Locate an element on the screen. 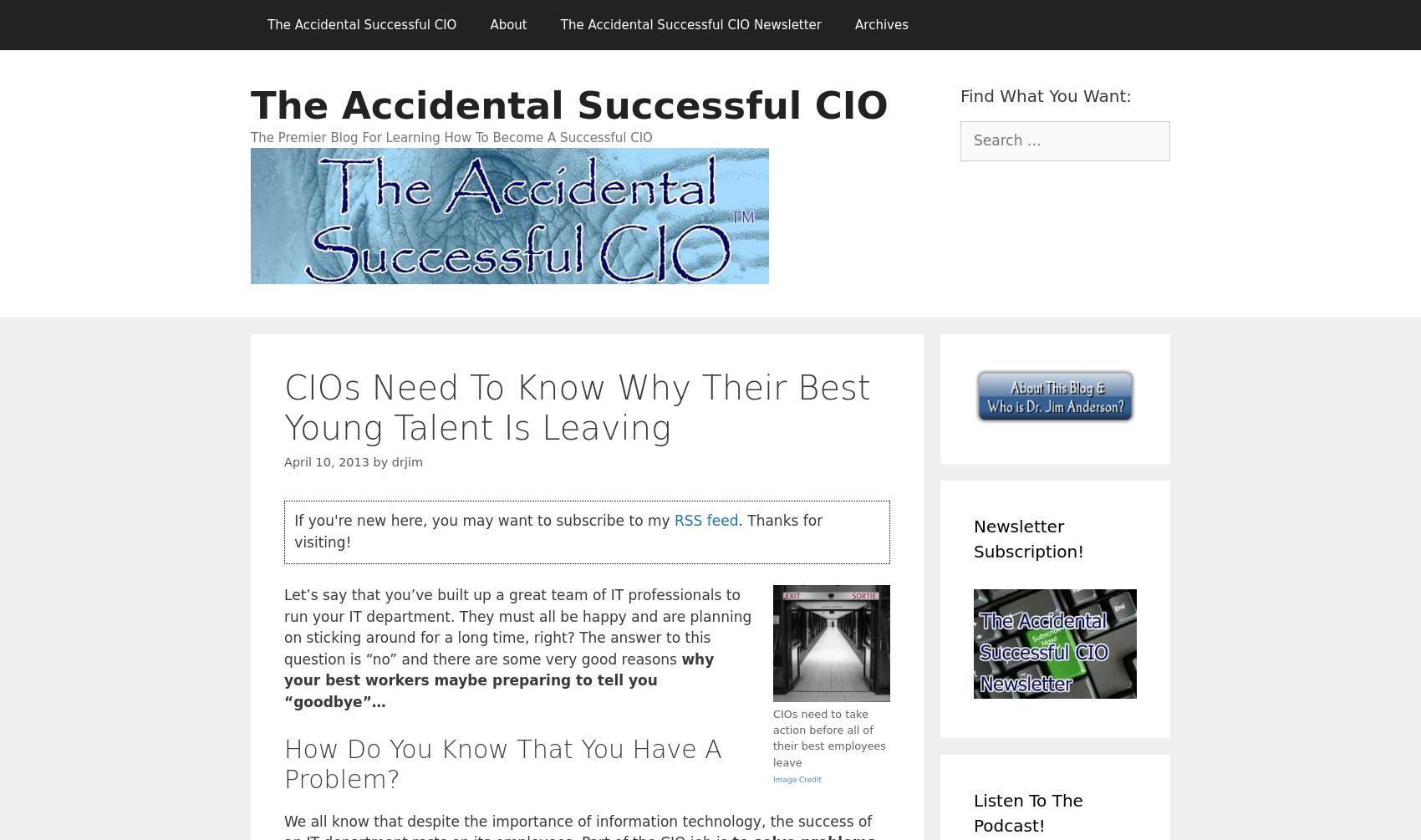 The image size is (1421, 840). 'Find What You Want:' is located at coordinates (1045, 95).